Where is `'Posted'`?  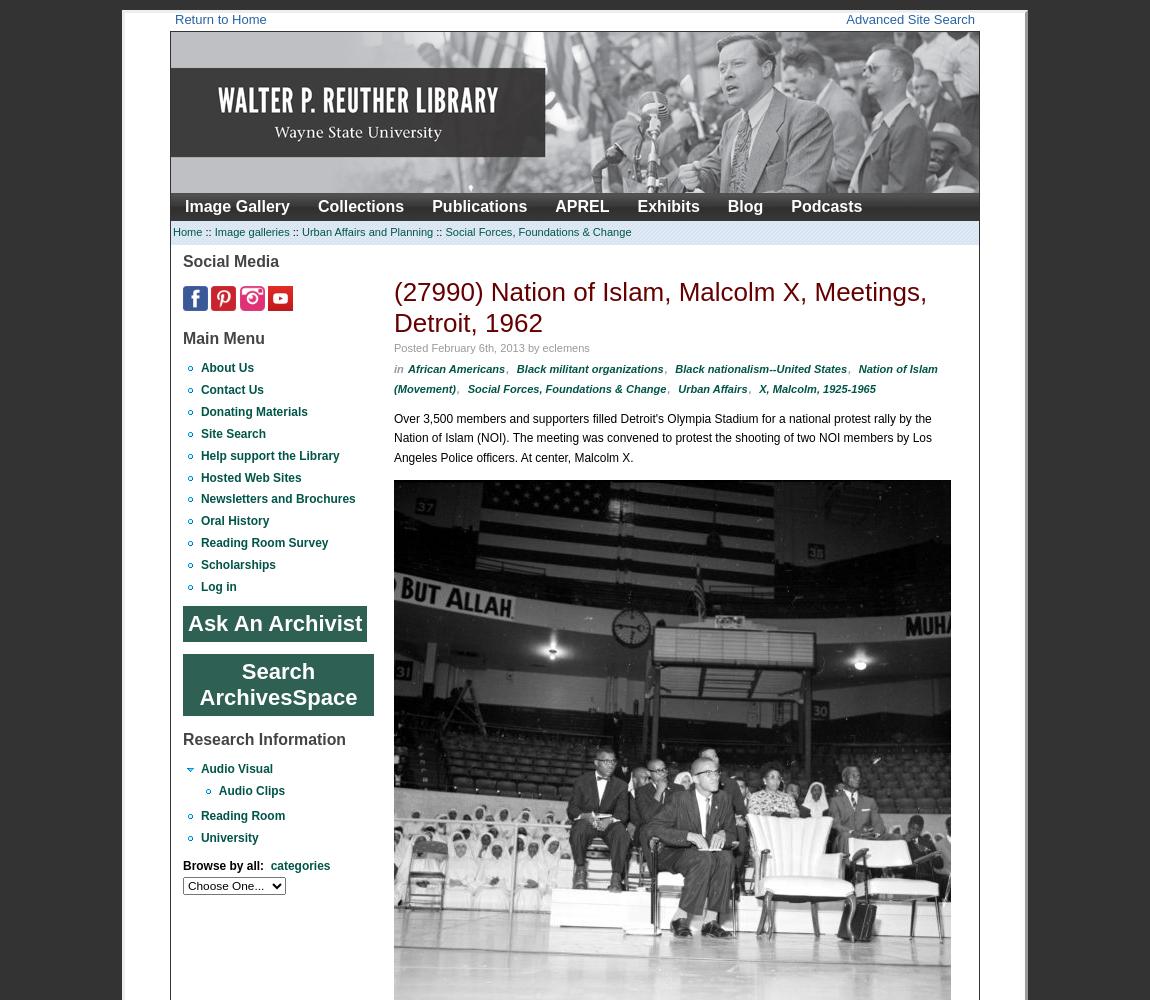
'Posted' is located at coordinates (412, 347).